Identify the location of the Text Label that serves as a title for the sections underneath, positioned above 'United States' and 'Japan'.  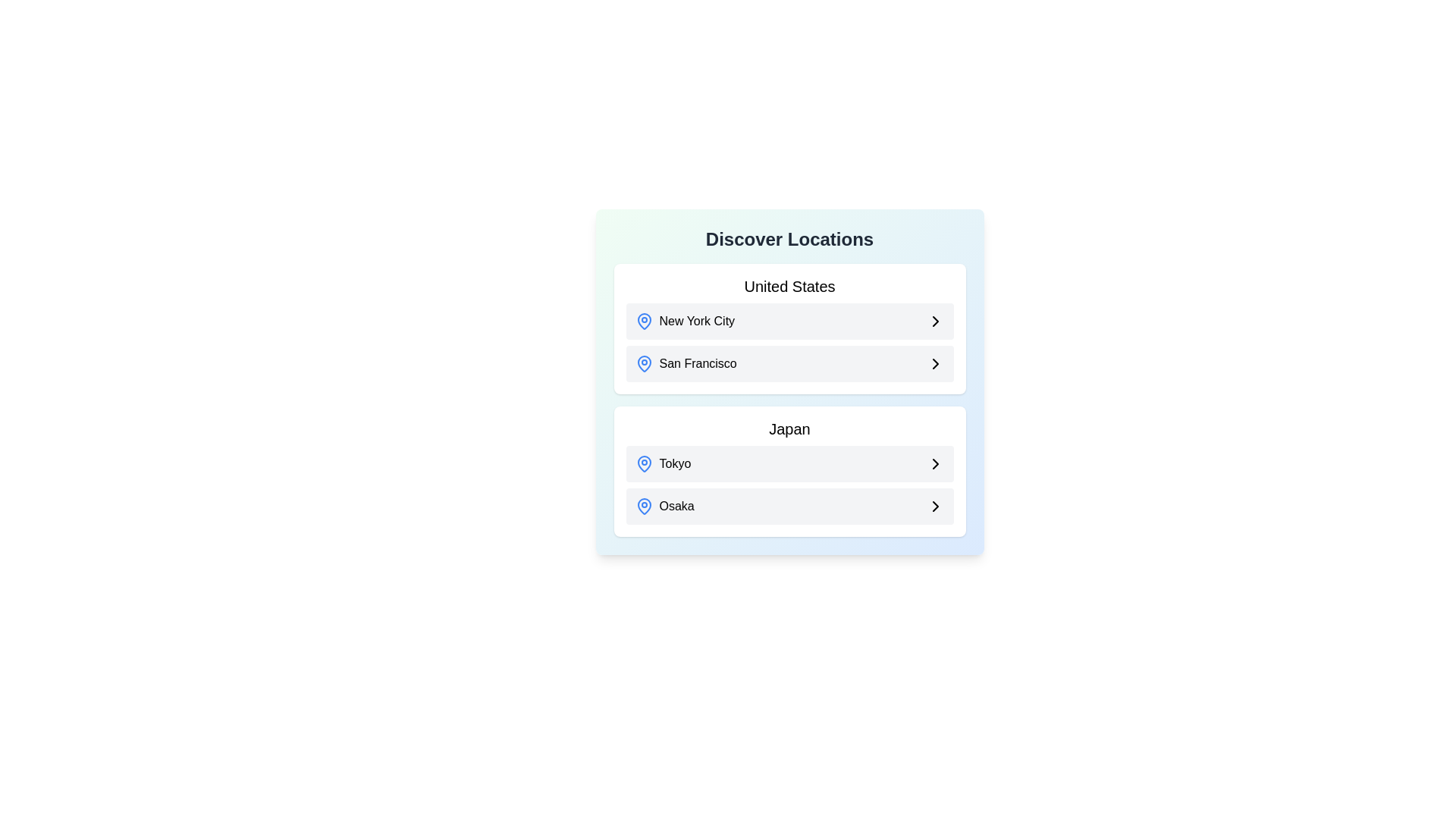
(789, 239).